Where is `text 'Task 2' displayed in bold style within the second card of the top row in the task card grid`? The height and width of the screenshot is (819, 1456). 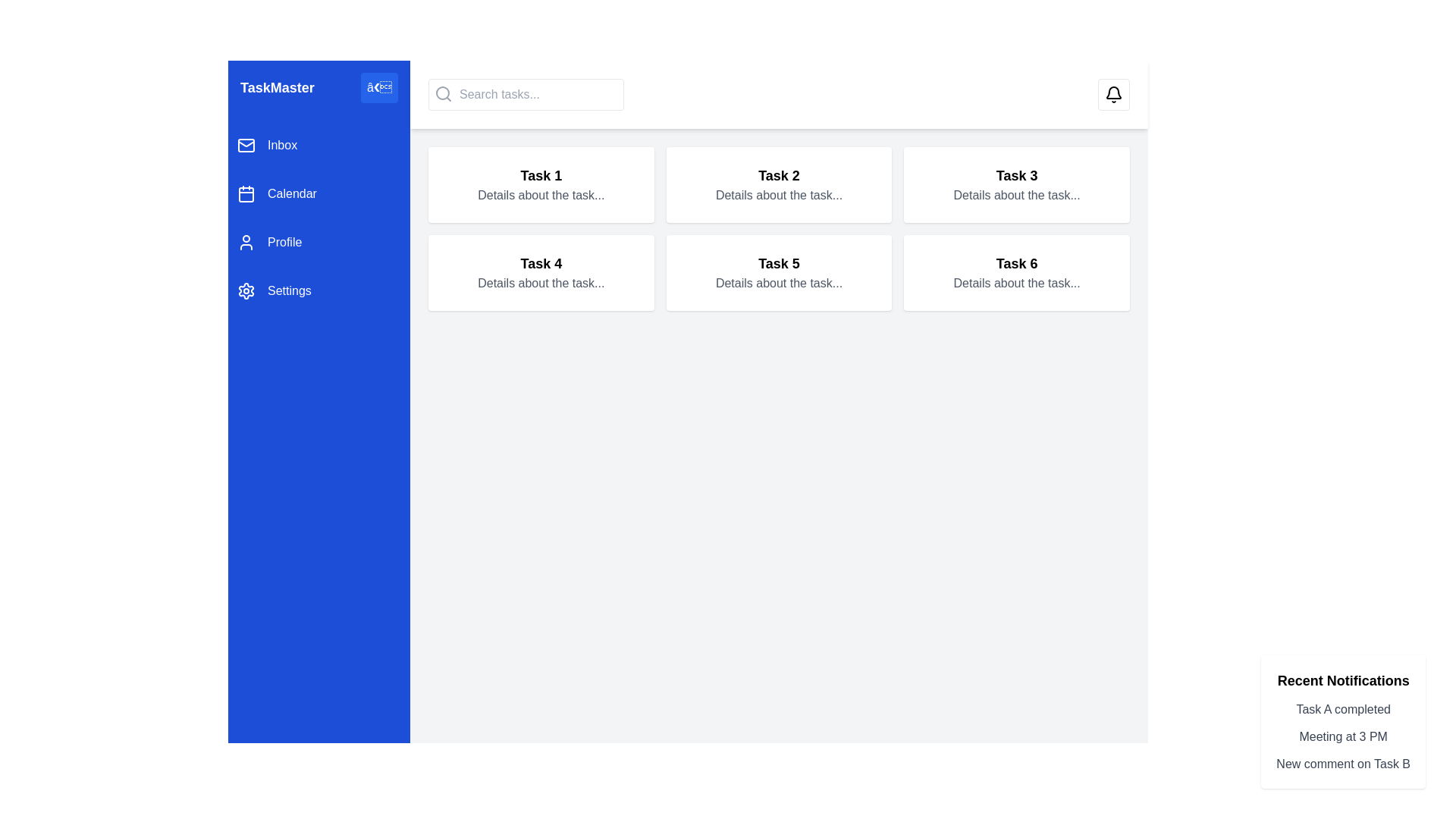
text 'Task 2' displayed in bold style within the second card of the top row in the task card grid is located at coordinates (779, 174).